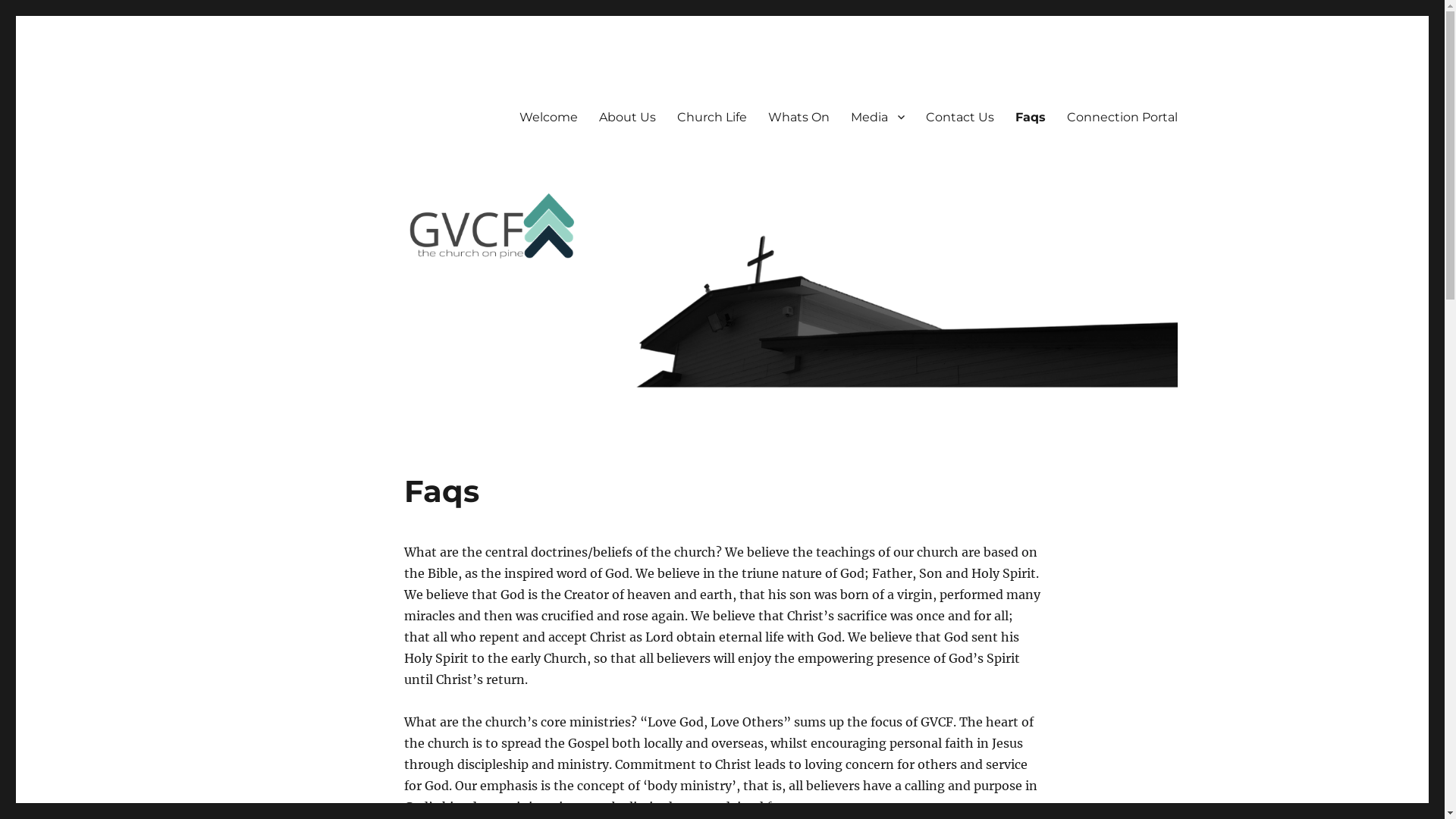 The height and width of the screenshot is (819, 1456). I want to click on 'Faqs', so click(1030, 116).